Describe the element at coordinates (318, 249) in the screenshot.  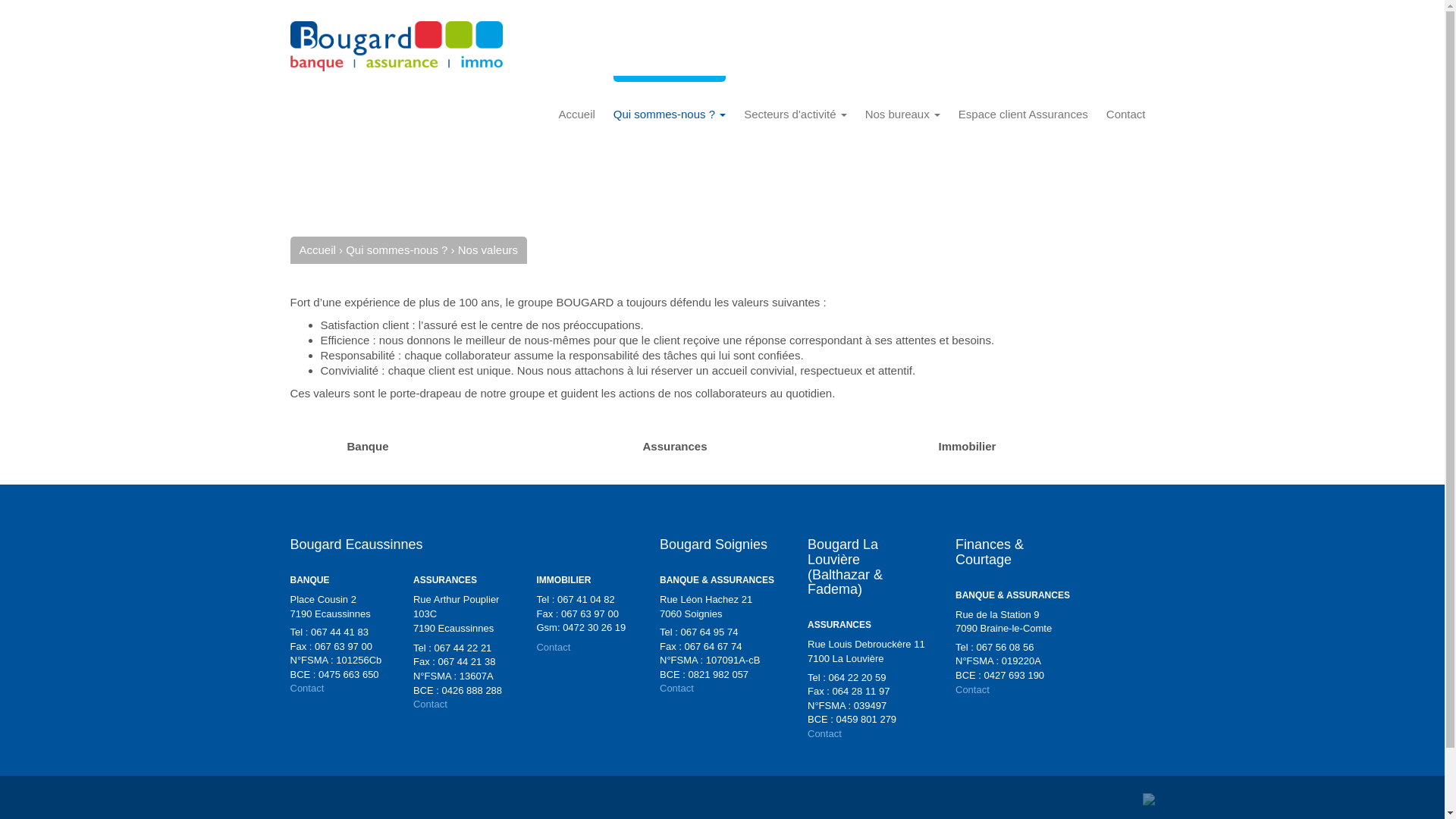
I see `'Accueil'` at that location.